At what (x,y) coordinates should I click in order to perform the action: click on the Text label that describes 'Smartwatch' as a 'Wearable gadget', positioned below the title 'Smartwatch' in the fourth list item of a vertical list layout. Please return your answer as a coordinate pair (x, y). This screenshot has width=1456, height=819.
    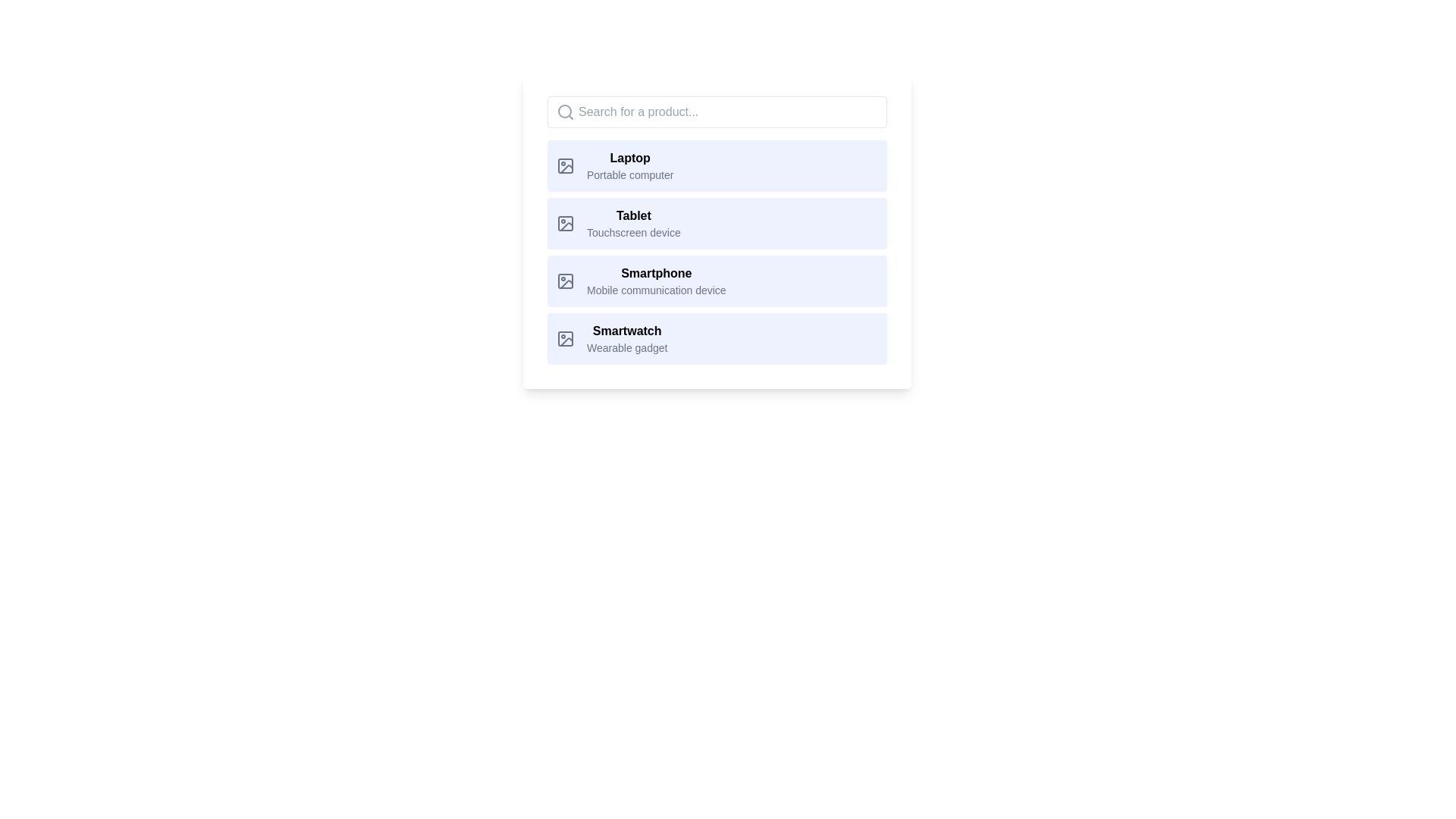
    Looking at the image, I should click on (627, 348).